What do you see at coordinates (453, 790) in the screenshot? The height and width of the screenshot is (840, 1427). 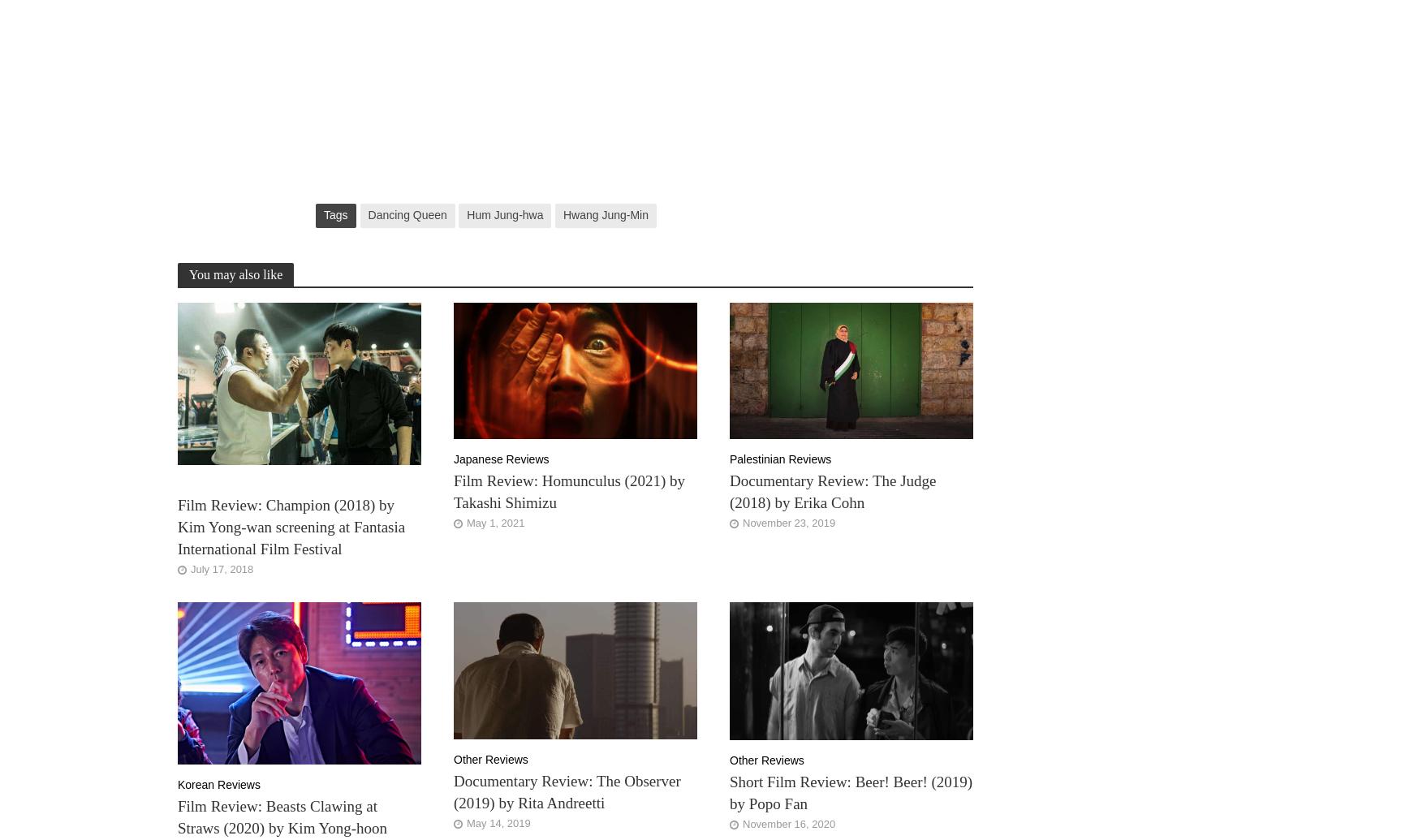 I see `'Documentary Review: The Observer (2019) by Rita Andreetti'` at bounding box center [453, 790].